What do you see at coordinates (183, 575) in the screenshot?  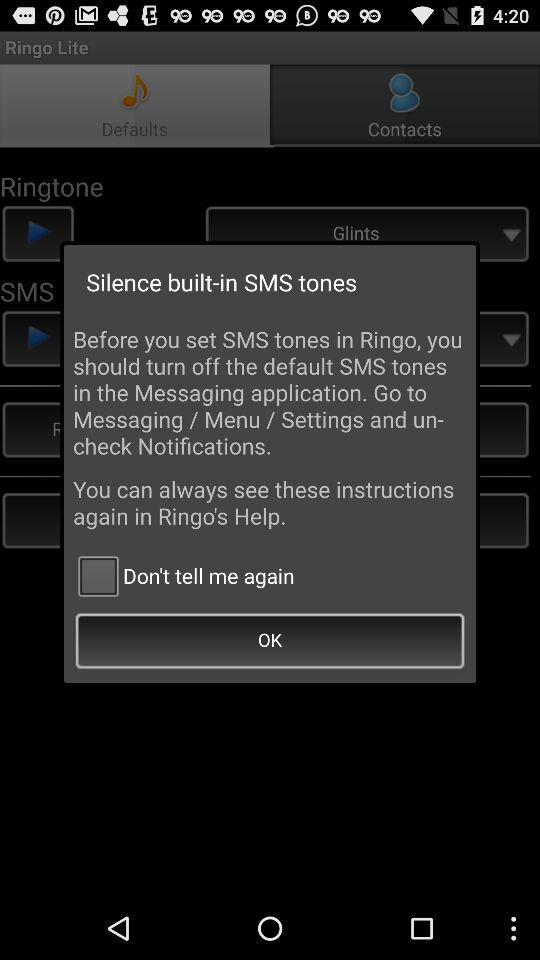 I see `icon above ok item` at bounding box center [183, 575].